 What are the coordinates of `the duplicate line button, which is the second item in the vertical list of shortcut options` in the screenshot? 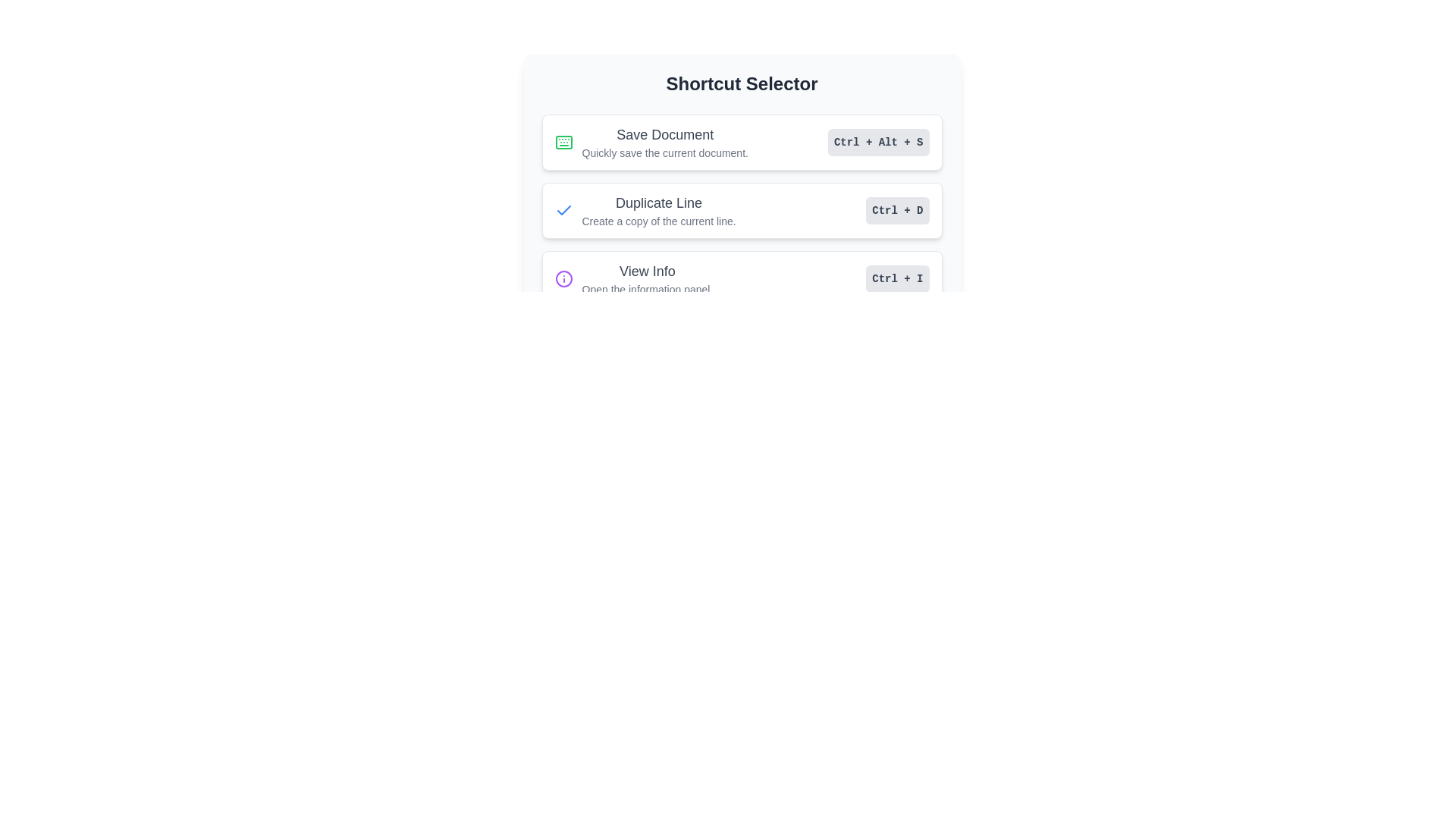 It's located at (742, 210).